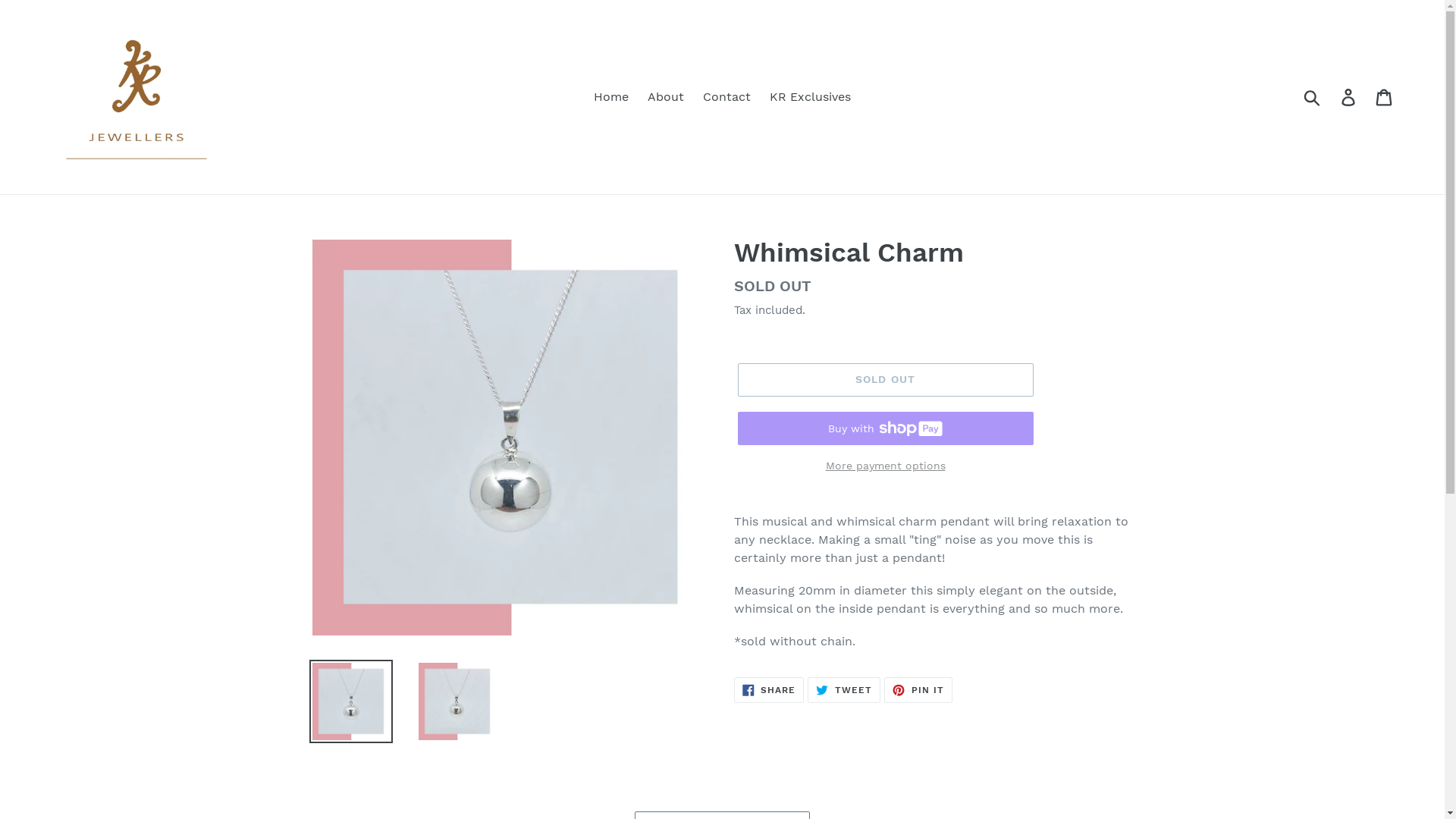  What do you see at coordinates (884, 690) in the screenshot?
I see `'PIN IT` at bounding box center [884, 690].